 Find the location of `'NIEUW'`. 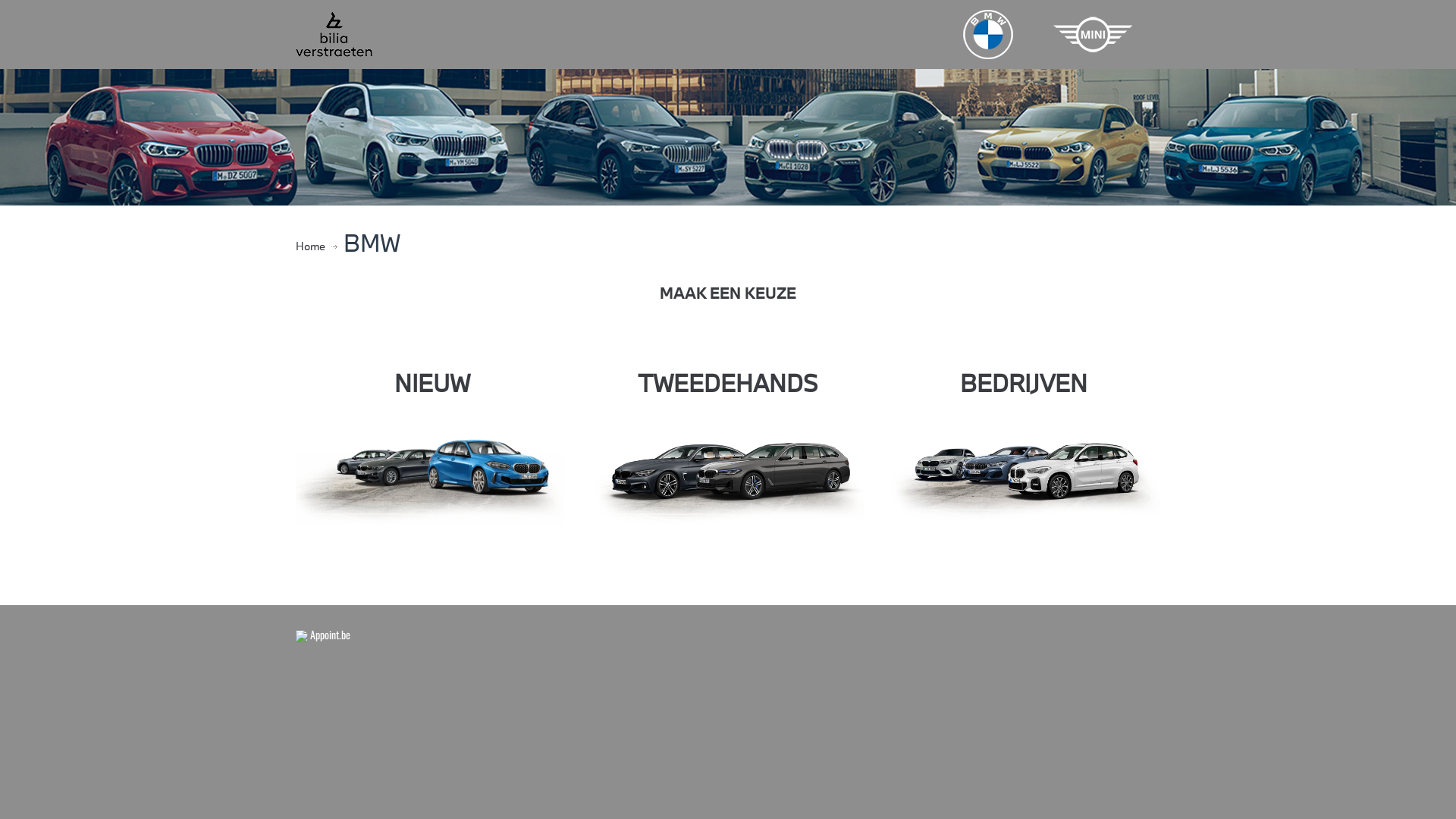

'NIEUW' is located at coordinates (394, 382).